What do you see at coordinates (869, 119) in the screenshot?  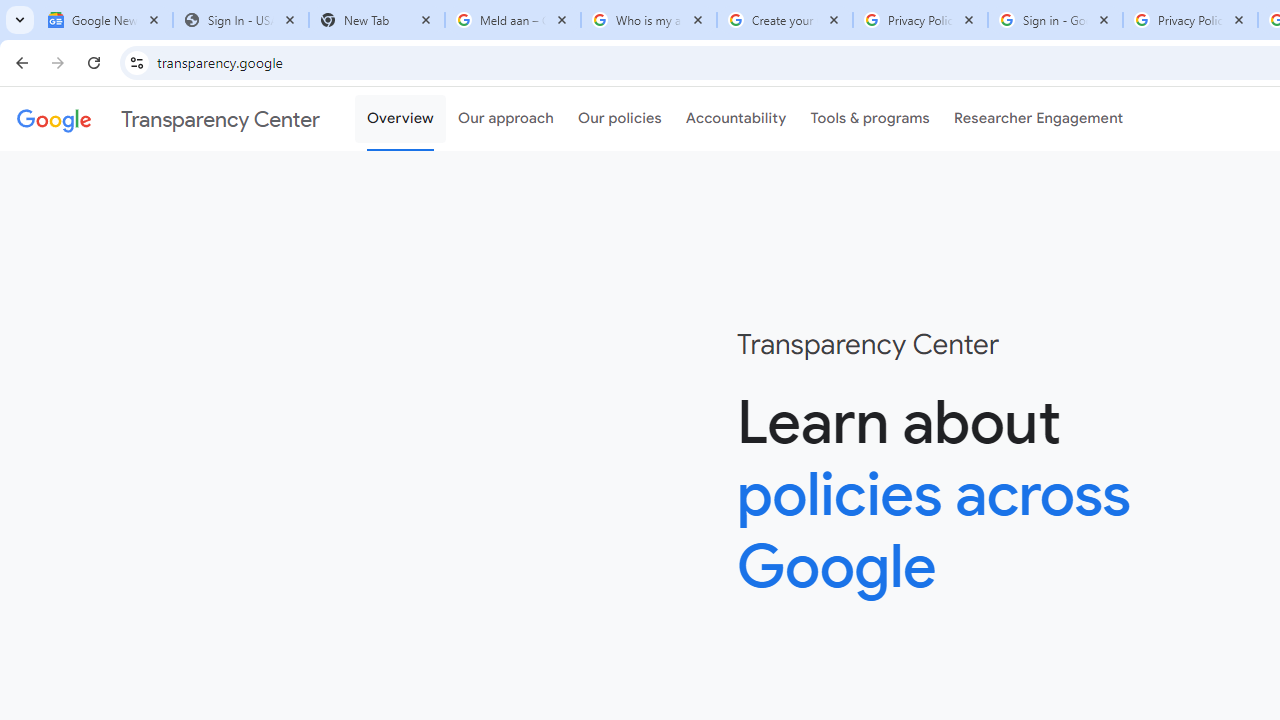 I see `'Tools & programs'` at bounding box center [869, 119].